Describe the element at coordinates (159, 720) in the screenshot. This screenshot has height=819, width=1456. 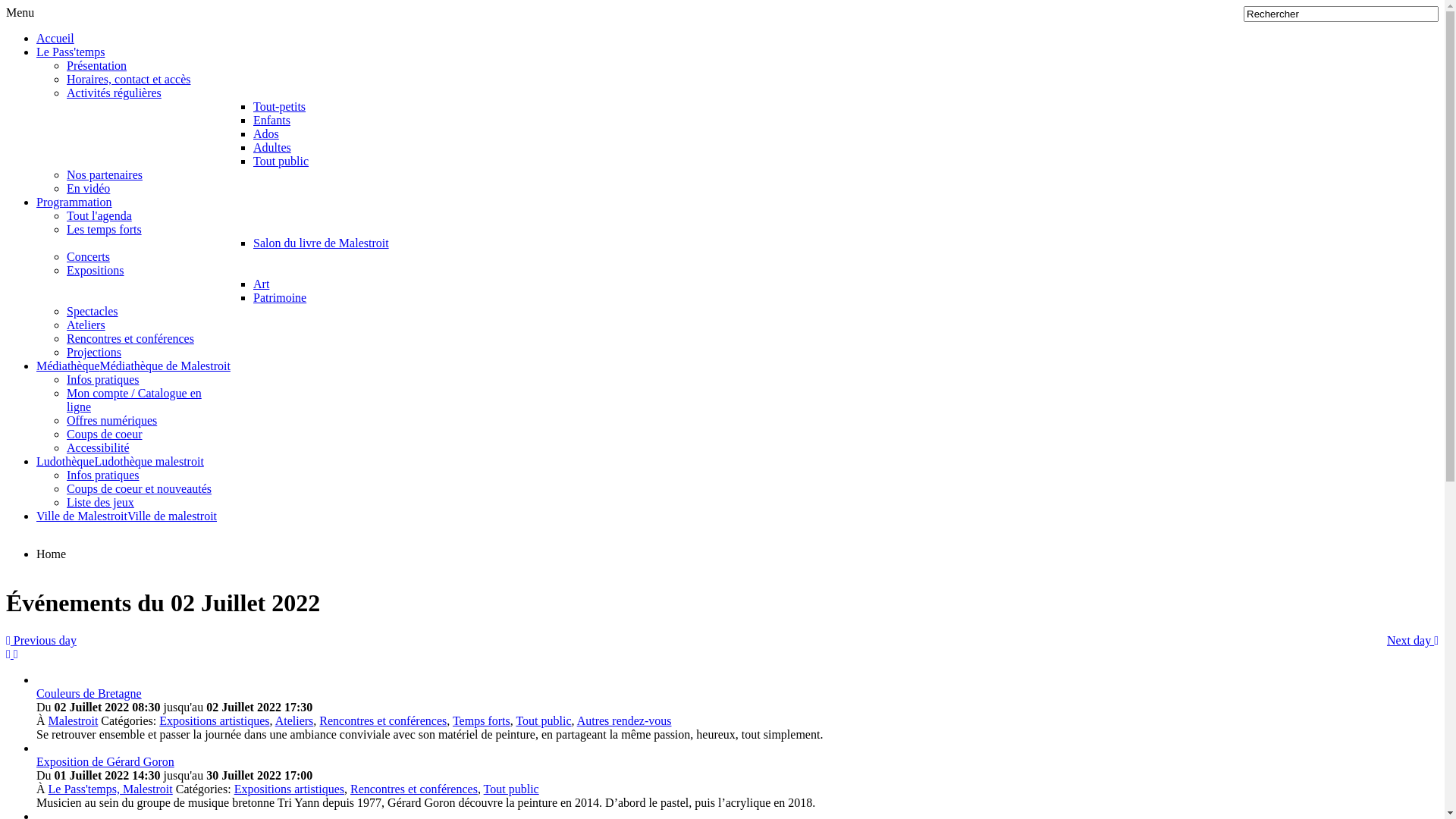
I see `'Expositions artistiques'` at that location.